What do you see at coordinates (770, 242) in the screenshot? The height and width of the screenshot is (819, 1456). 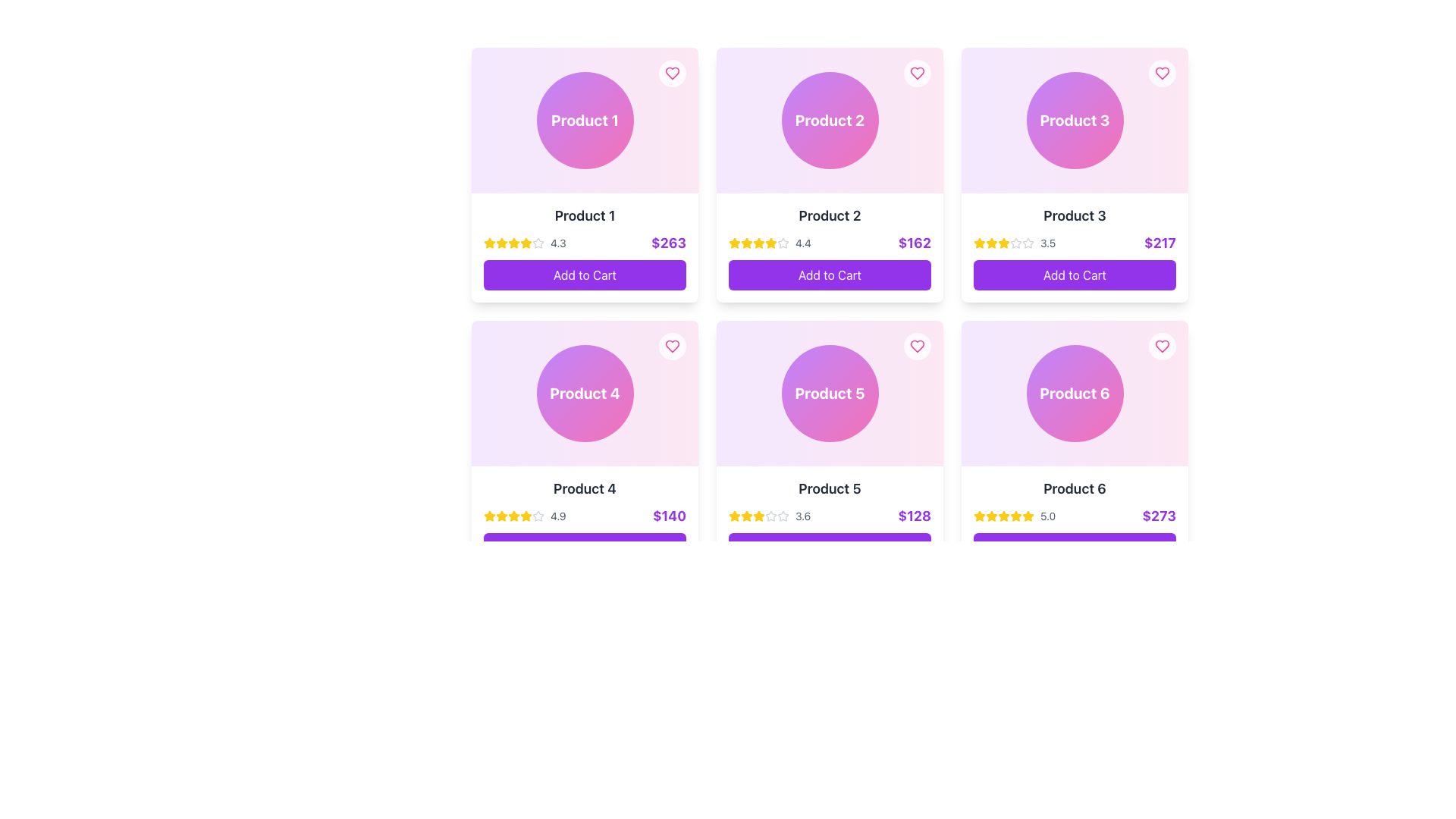 I see `the star representation and numeric rating of the Graphical Icon (Star Rating) located in the 'Product 2' card, specifically the third filled star with a numeric rating of '4.4'` at bounding box center [770, 242].